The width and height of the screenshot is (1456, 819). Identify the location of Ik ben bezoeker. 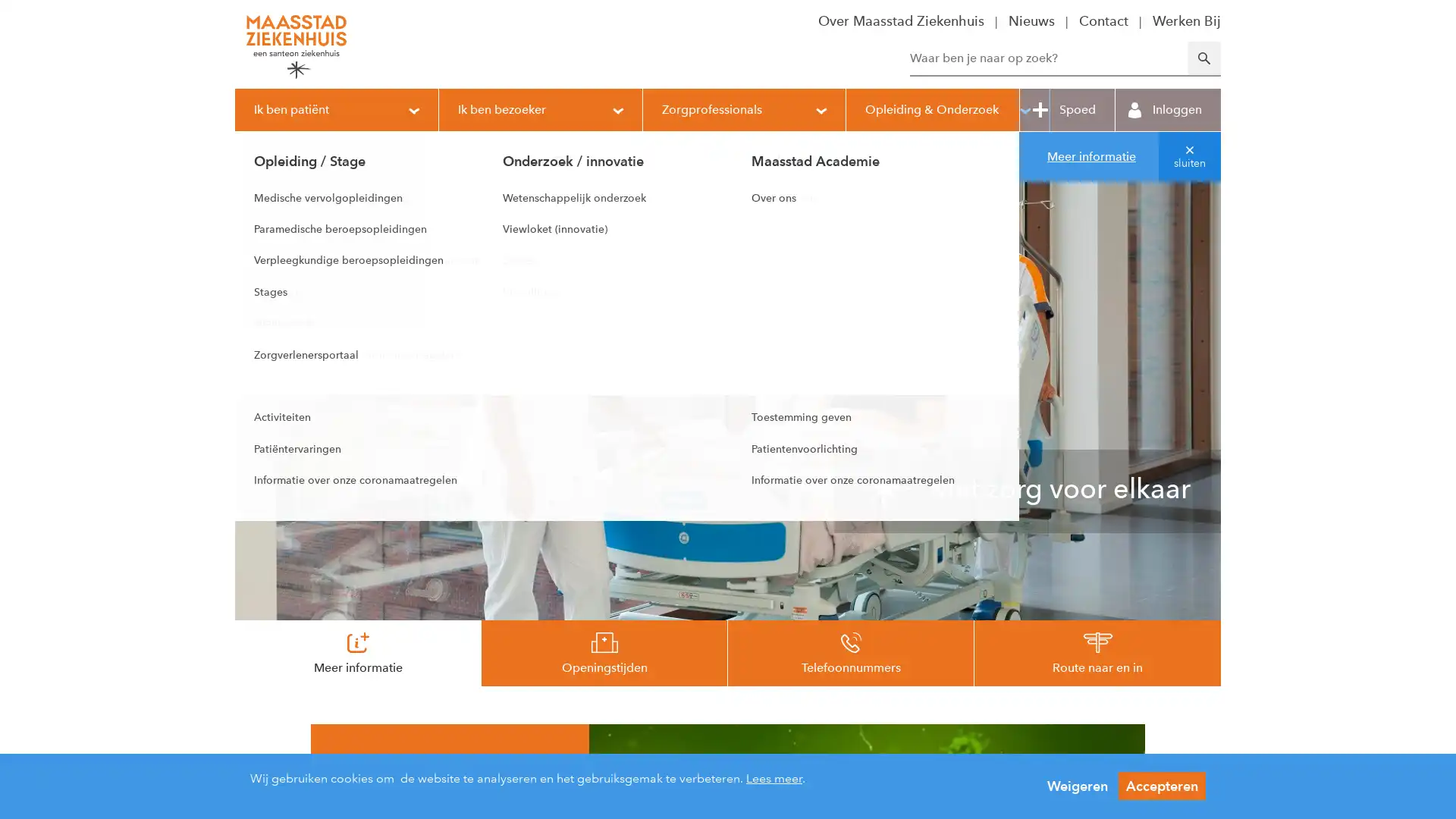
(539, 109).